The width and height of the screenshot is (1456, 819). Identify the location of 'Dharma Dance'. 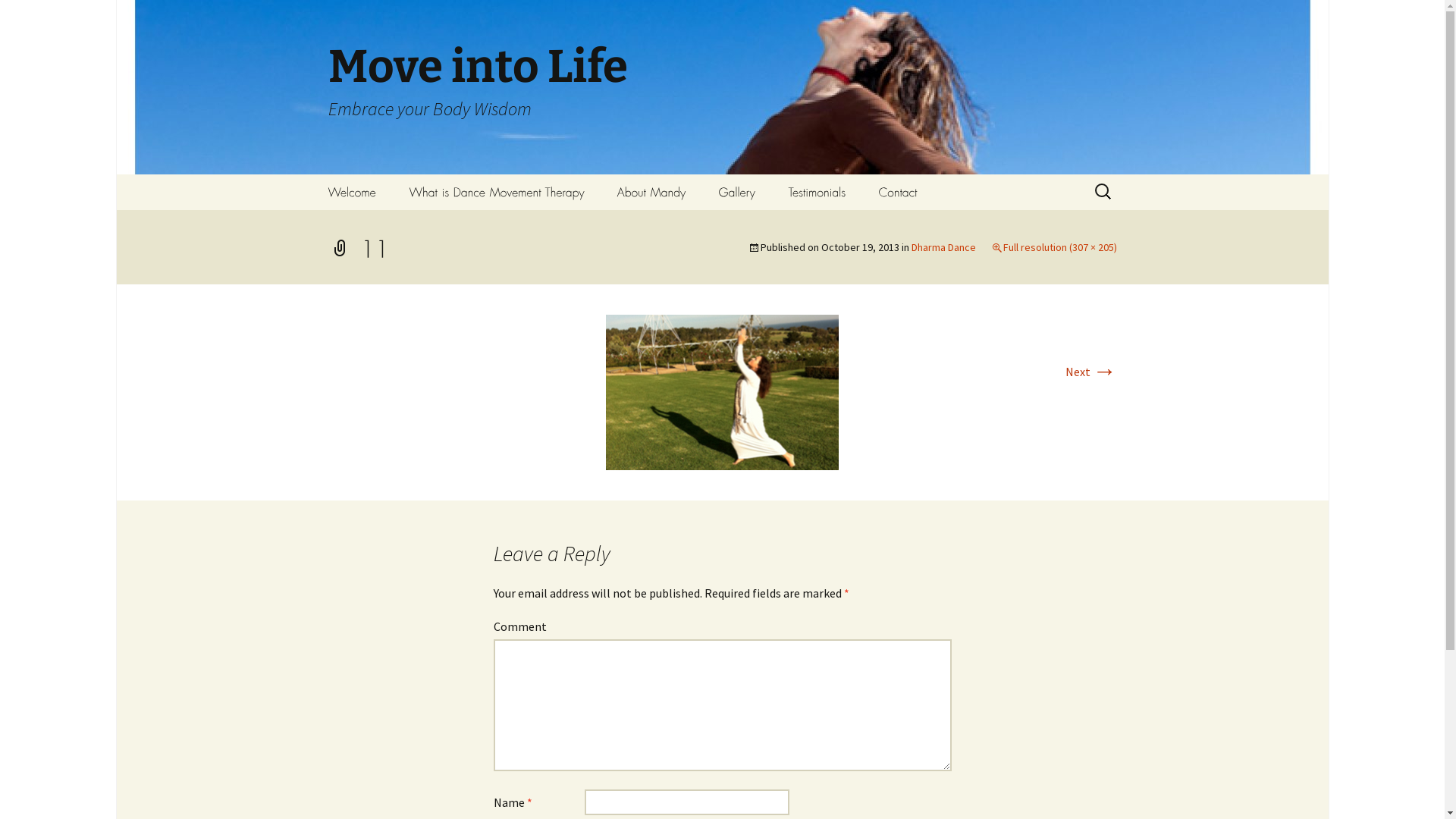
(943, 246).